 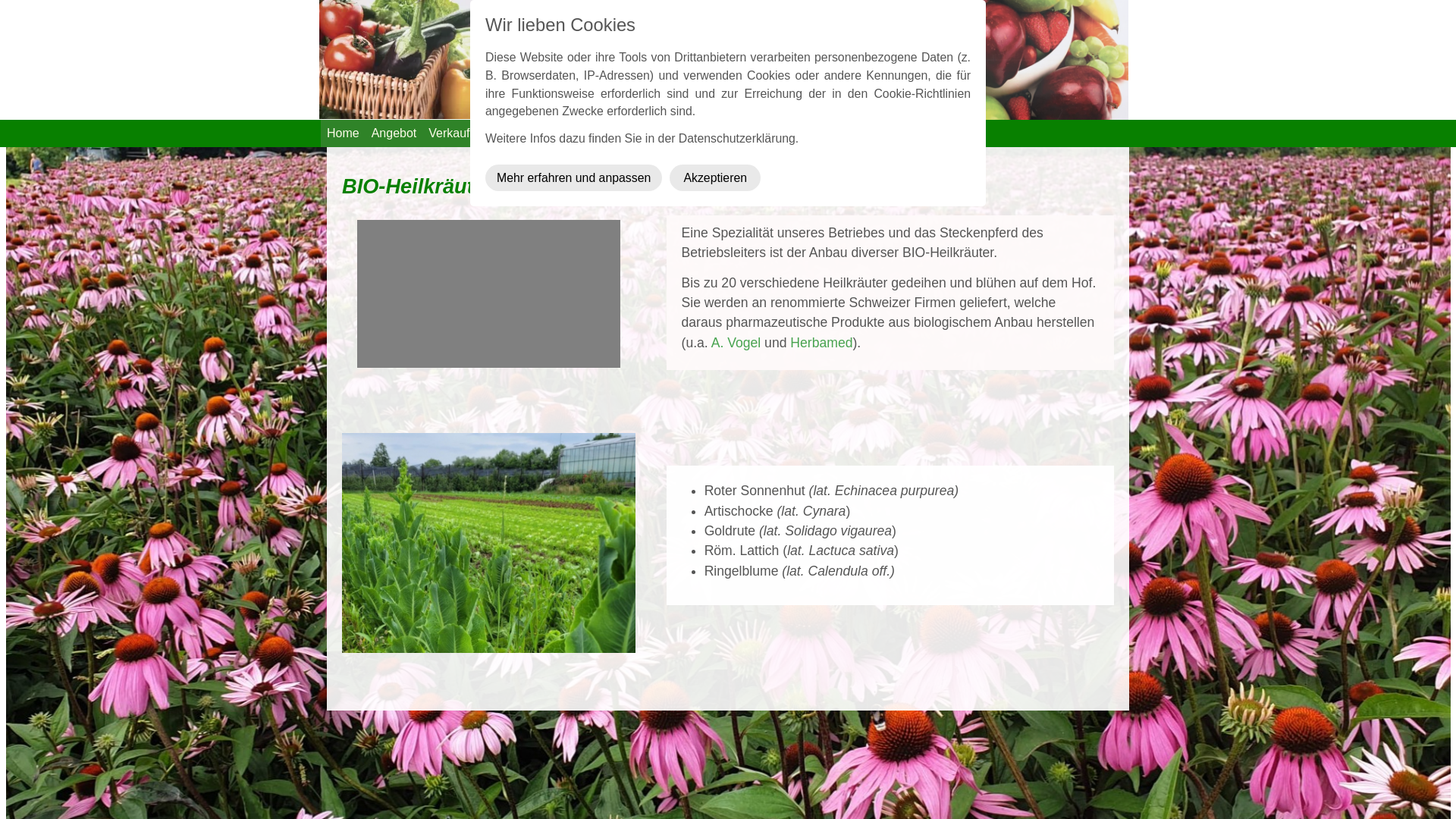 What do you see at coordinates (573, 177) in the screenshot?
I see `'Mehr erfahren und anpassen'` at bounding box center [573, 177].